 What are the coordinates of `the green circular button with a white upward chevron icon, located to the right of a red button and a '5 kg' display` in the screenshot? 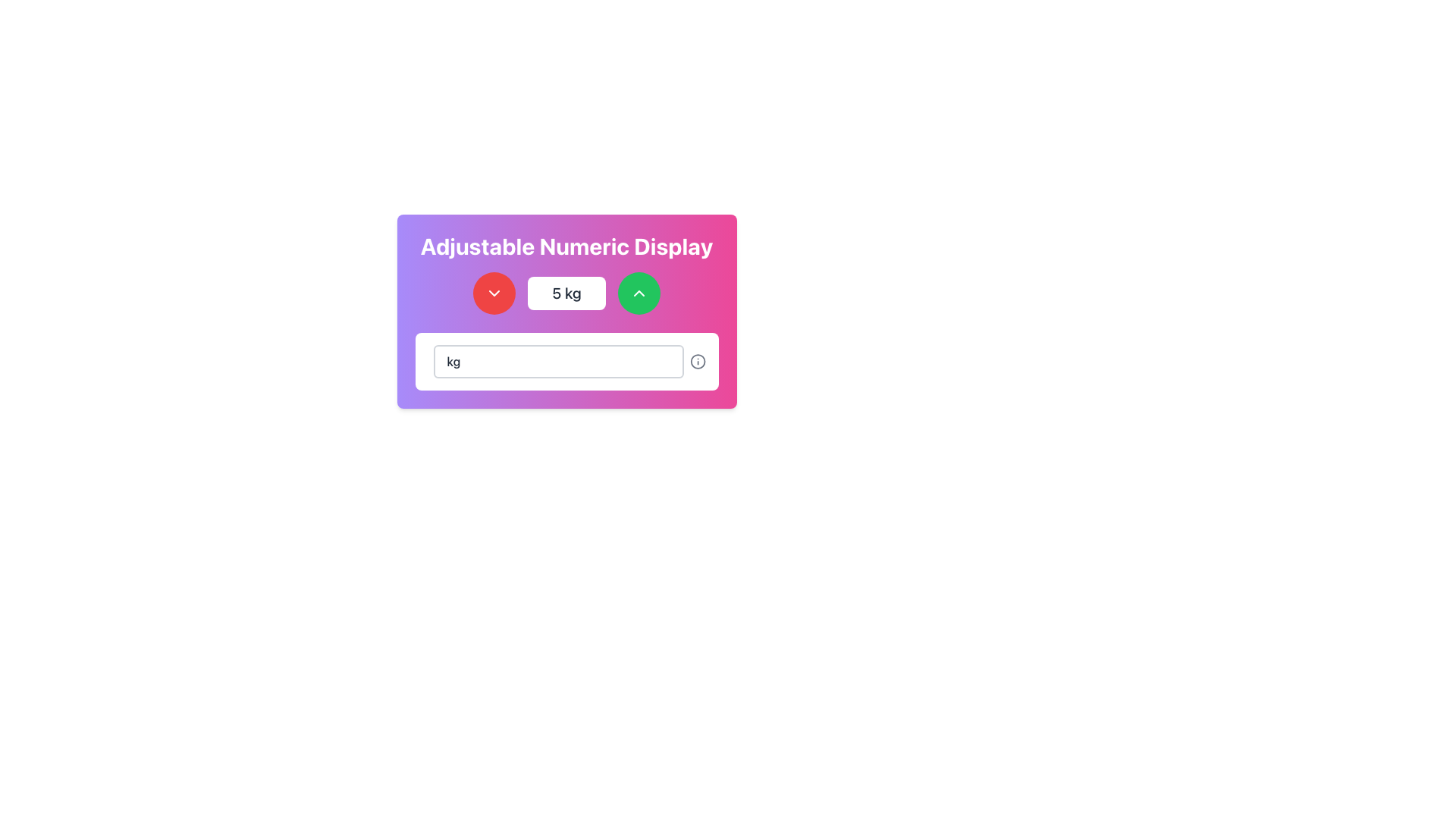 It's located at (639, 293).